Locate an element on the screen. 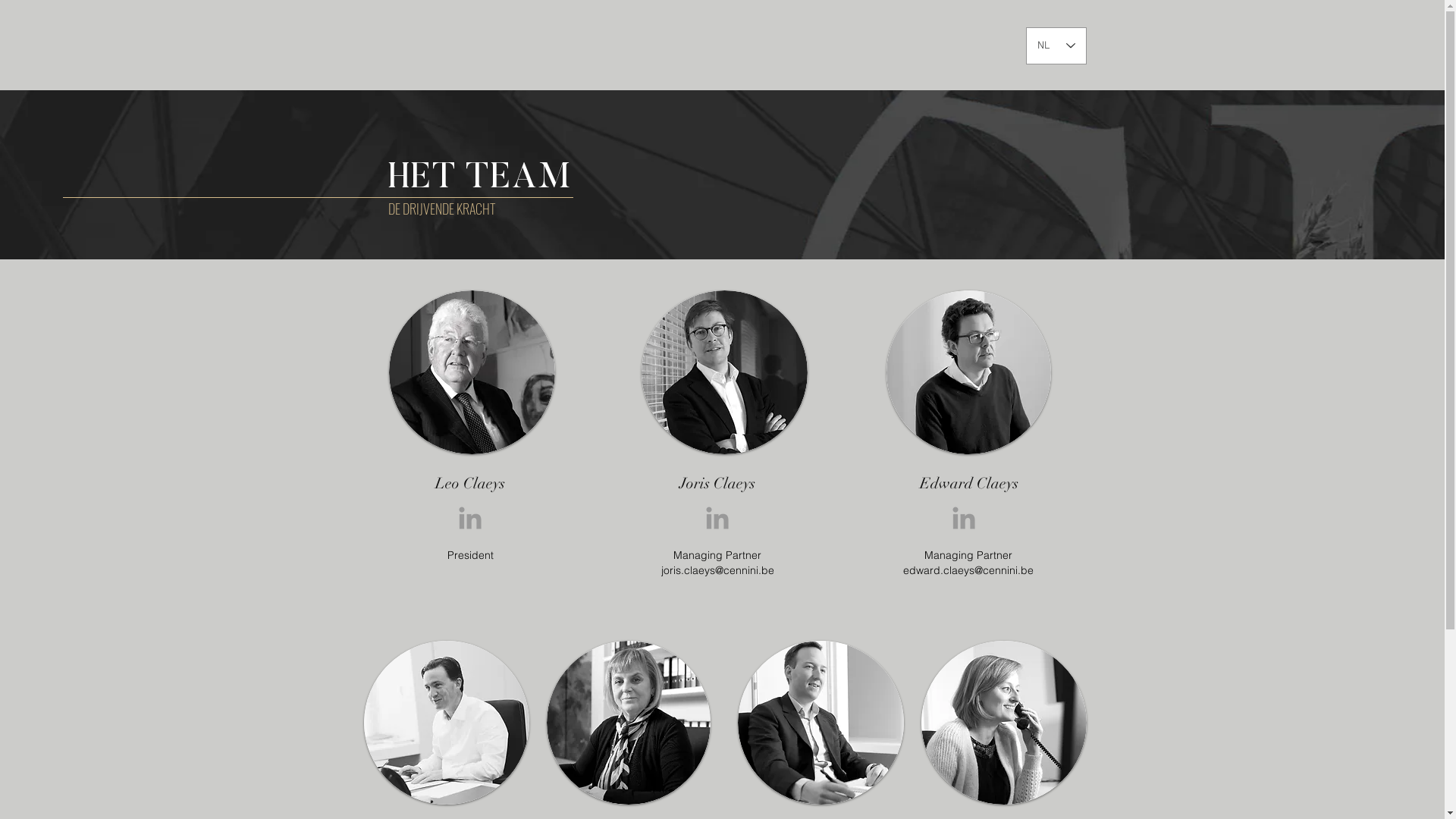  'ACTIVITEITEN' is located at coordinates (871, 43).